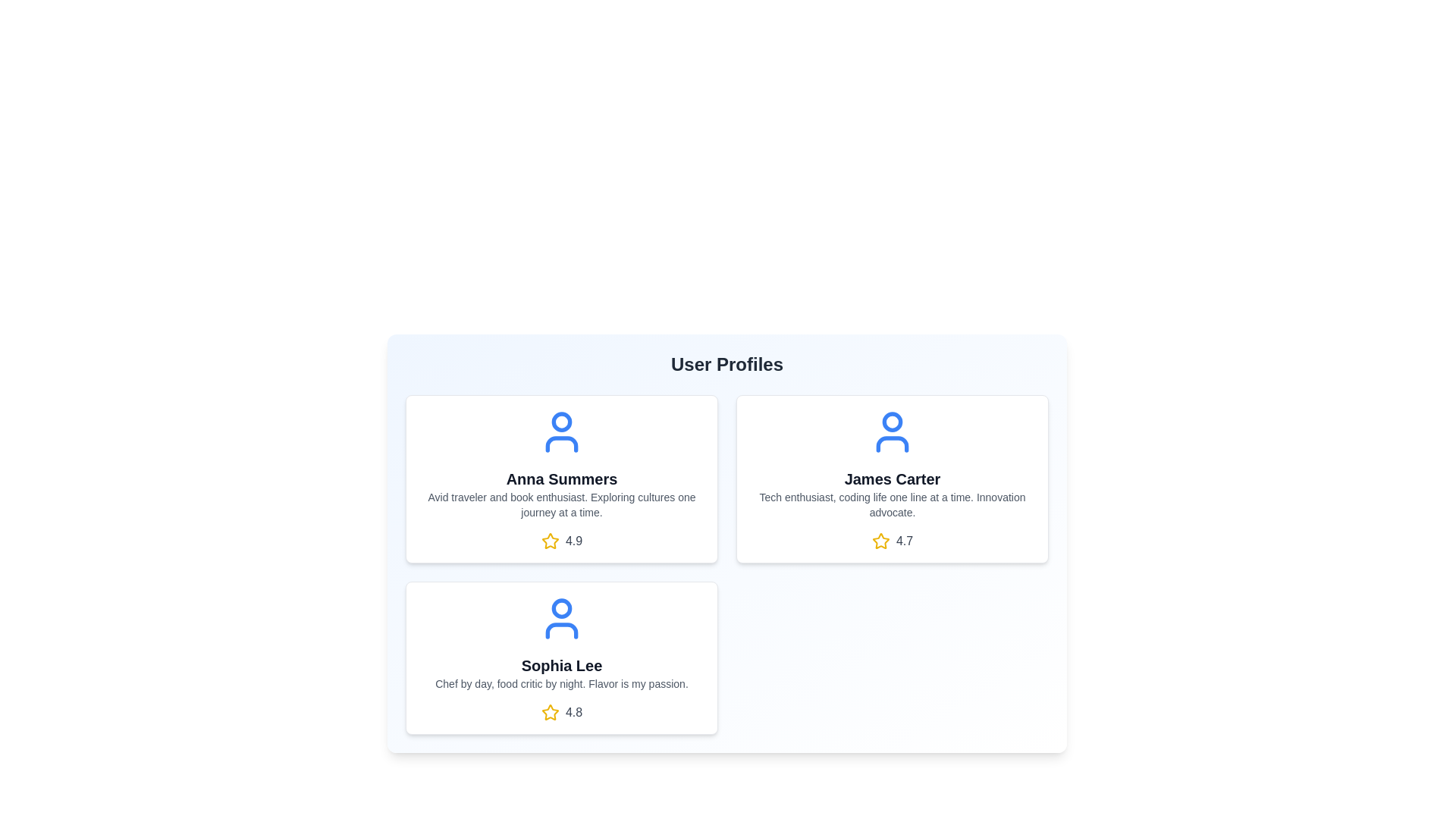 This screenshot has height=819, width=1456. I want to click on the user card for Sophia Lee, so click(560, 657).